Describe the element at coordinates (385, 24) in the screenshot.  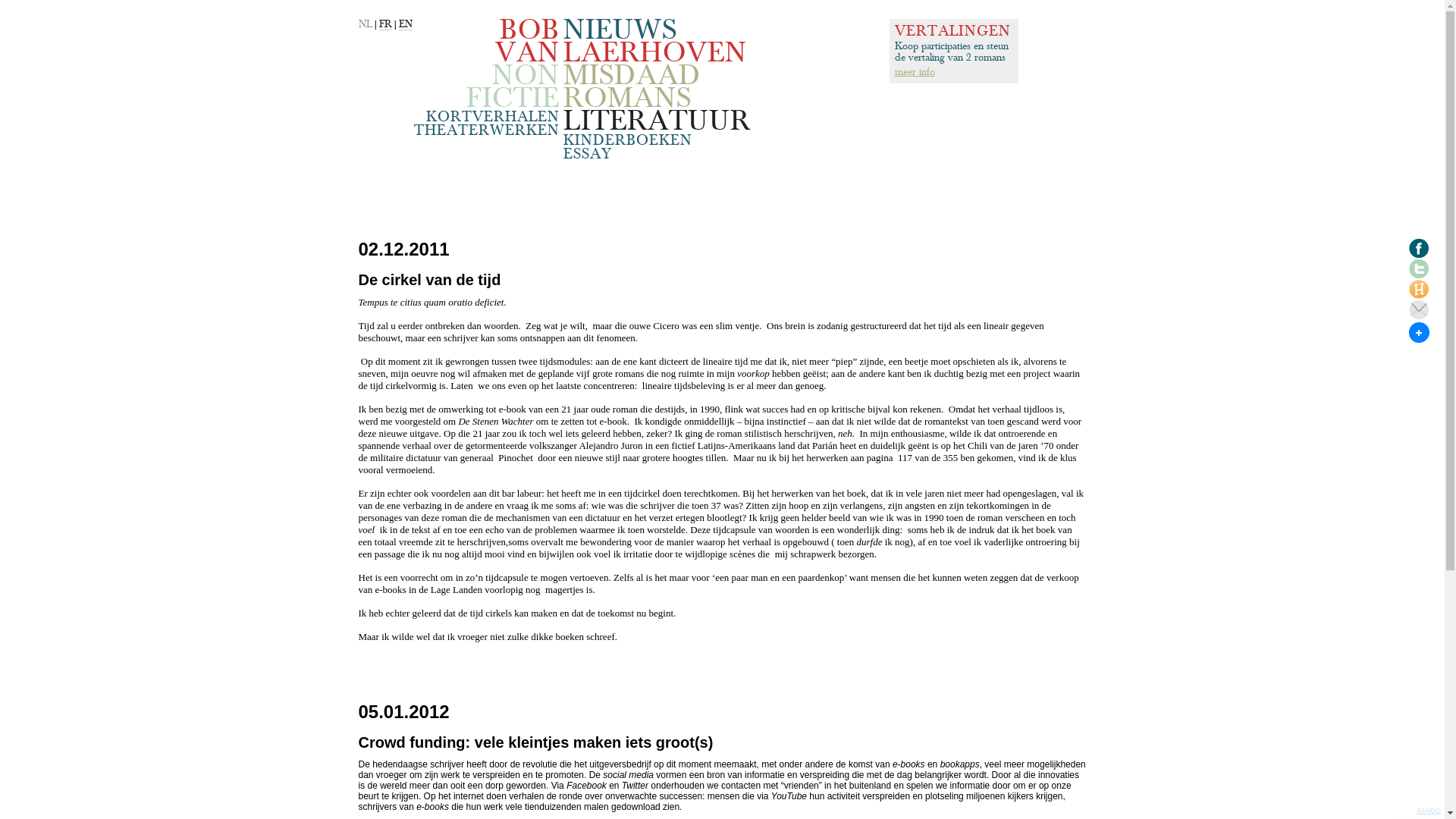
I see `'FR'` at that location.